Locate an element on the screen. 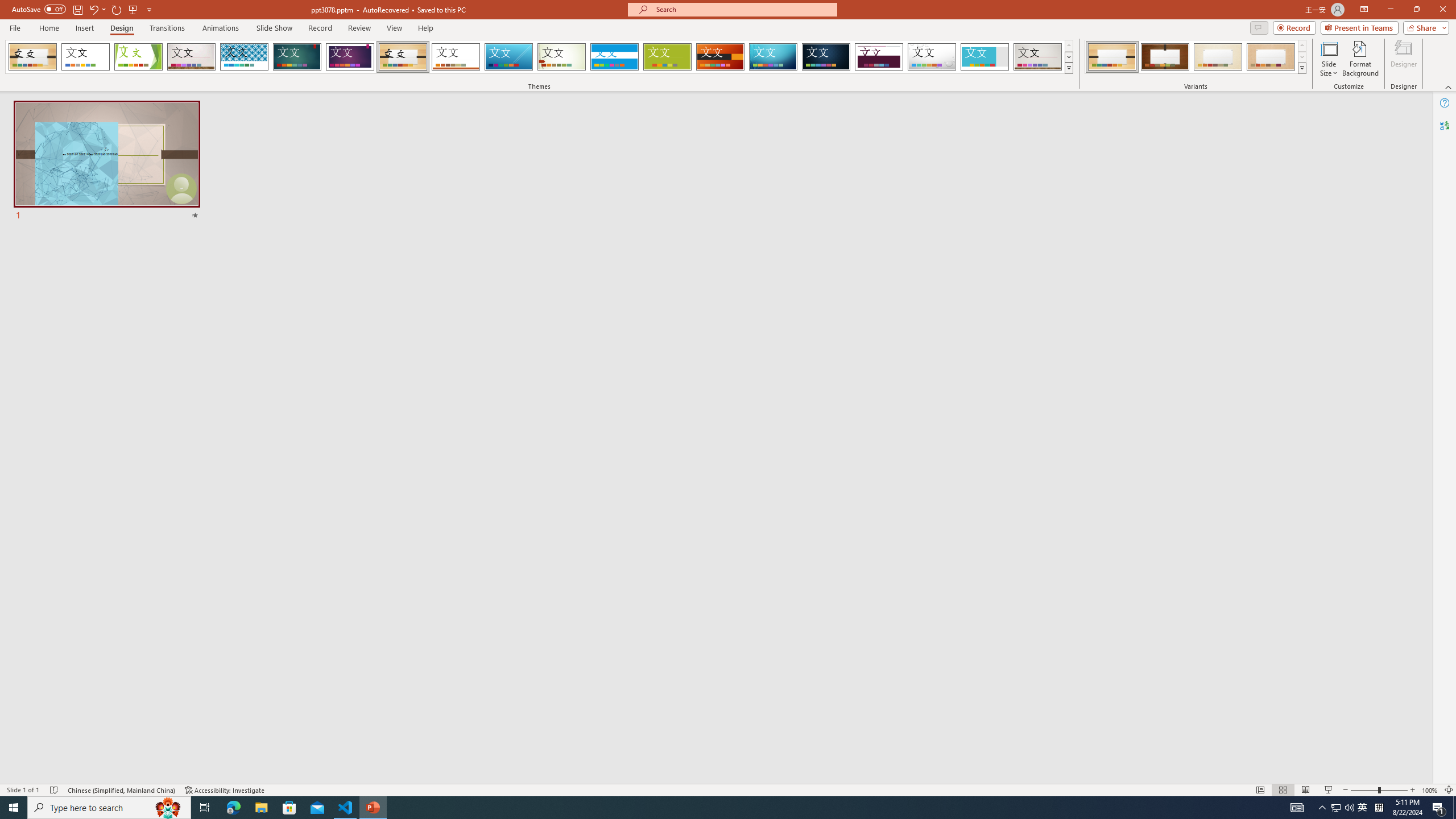  'Dividend' is located at coordinates (879, 56).